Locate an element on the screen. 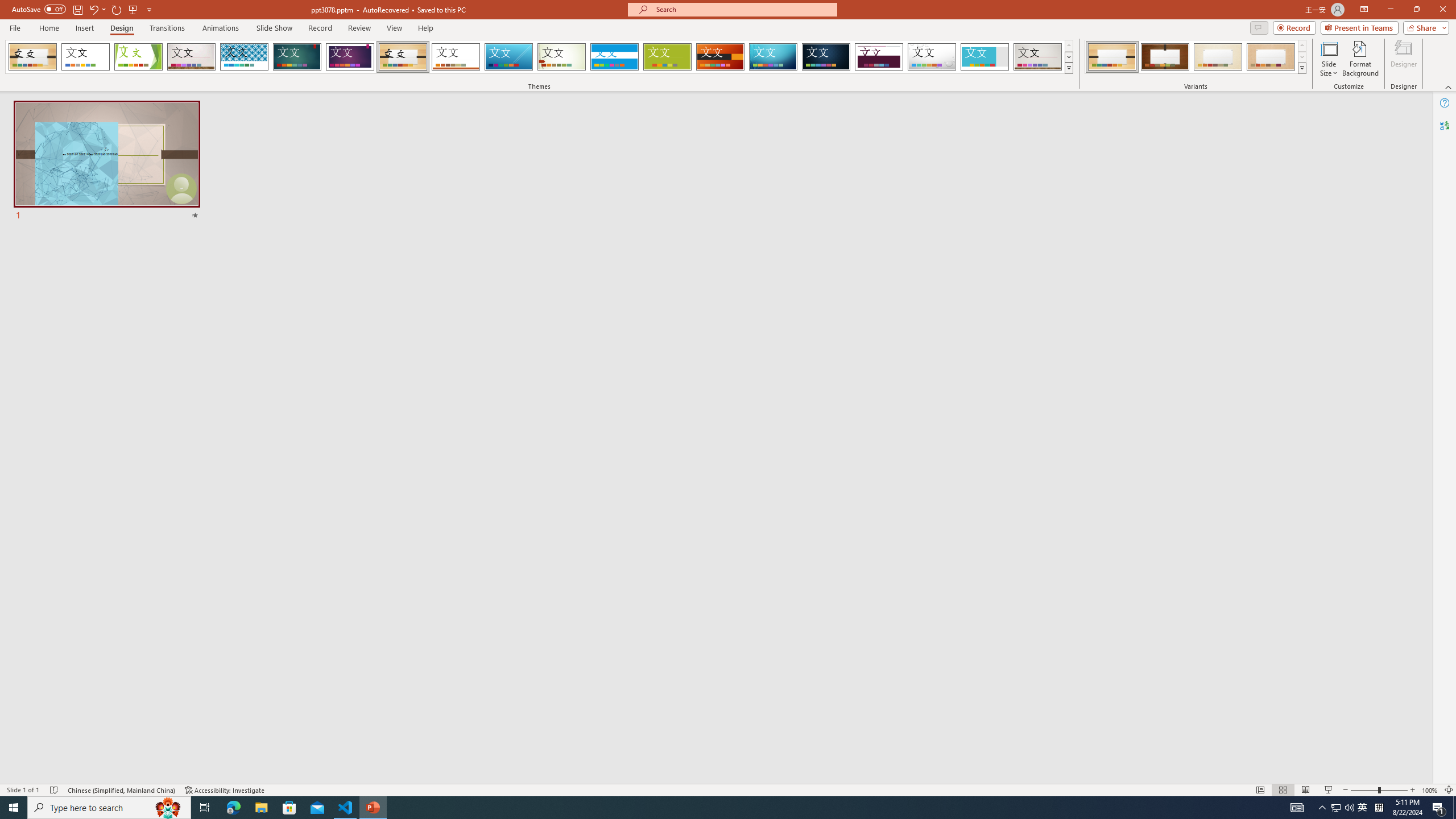  'Dividend' is located at coordinates (879, 56).